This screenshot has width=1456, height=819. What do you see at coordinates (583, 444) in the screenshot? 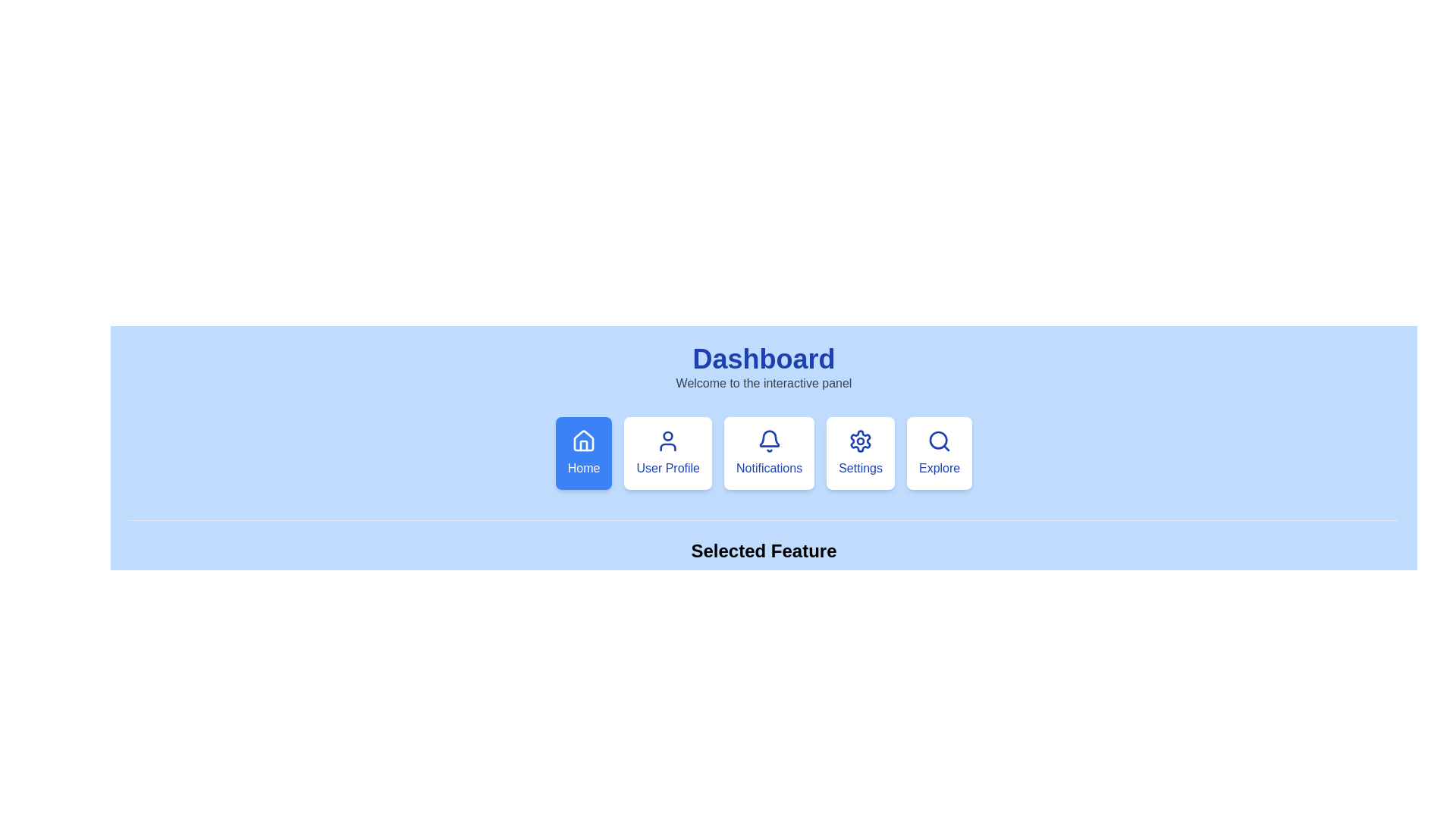
I see `the decorative component of the 'Home' icon, which simulates a doorway within the house symbol, located in the lower half of the icon` at bounding box center [583, 444].